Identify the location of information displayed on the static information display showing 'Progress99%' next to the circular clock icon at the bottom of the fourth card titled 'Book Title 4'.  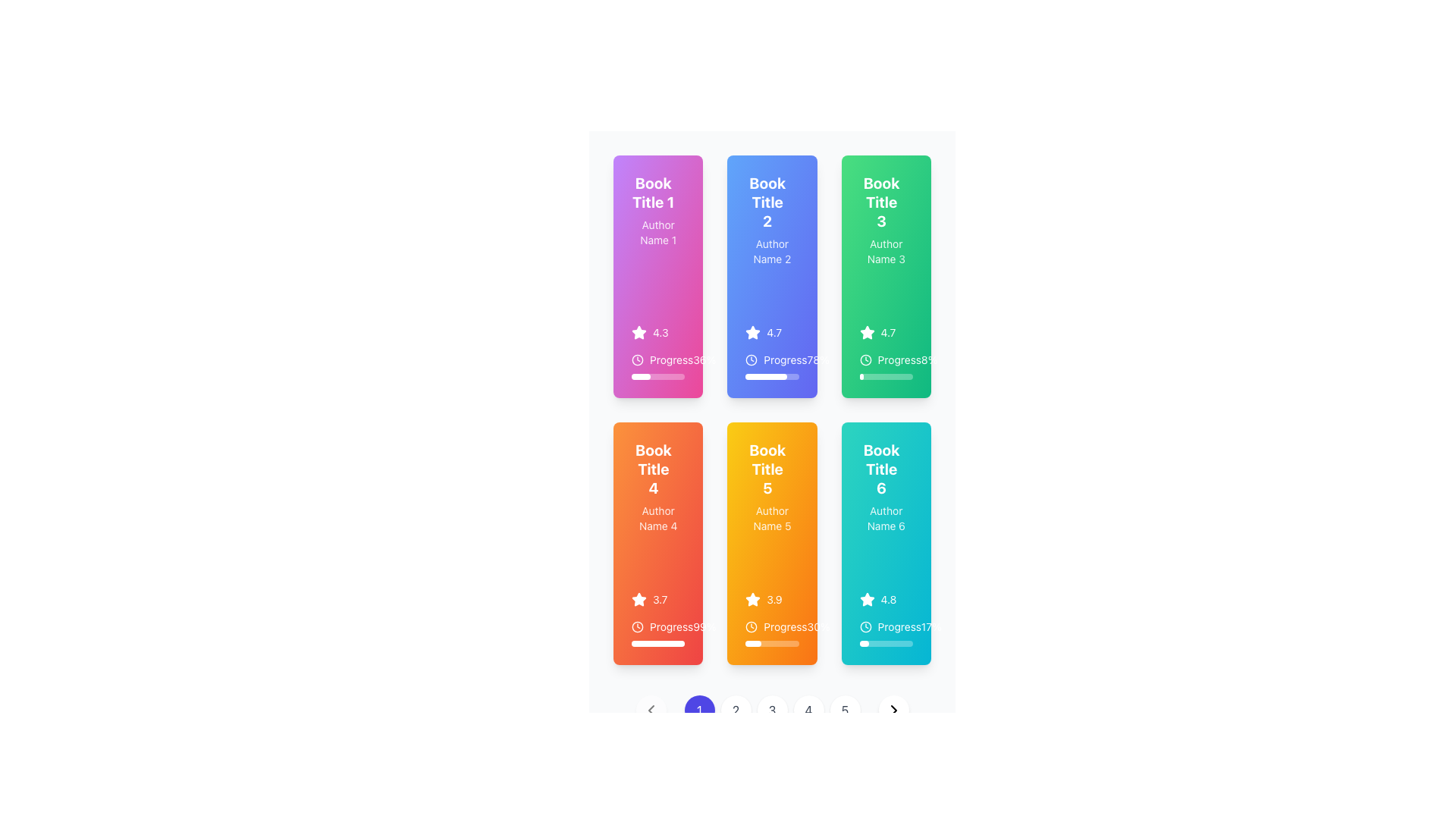
(658, 626).